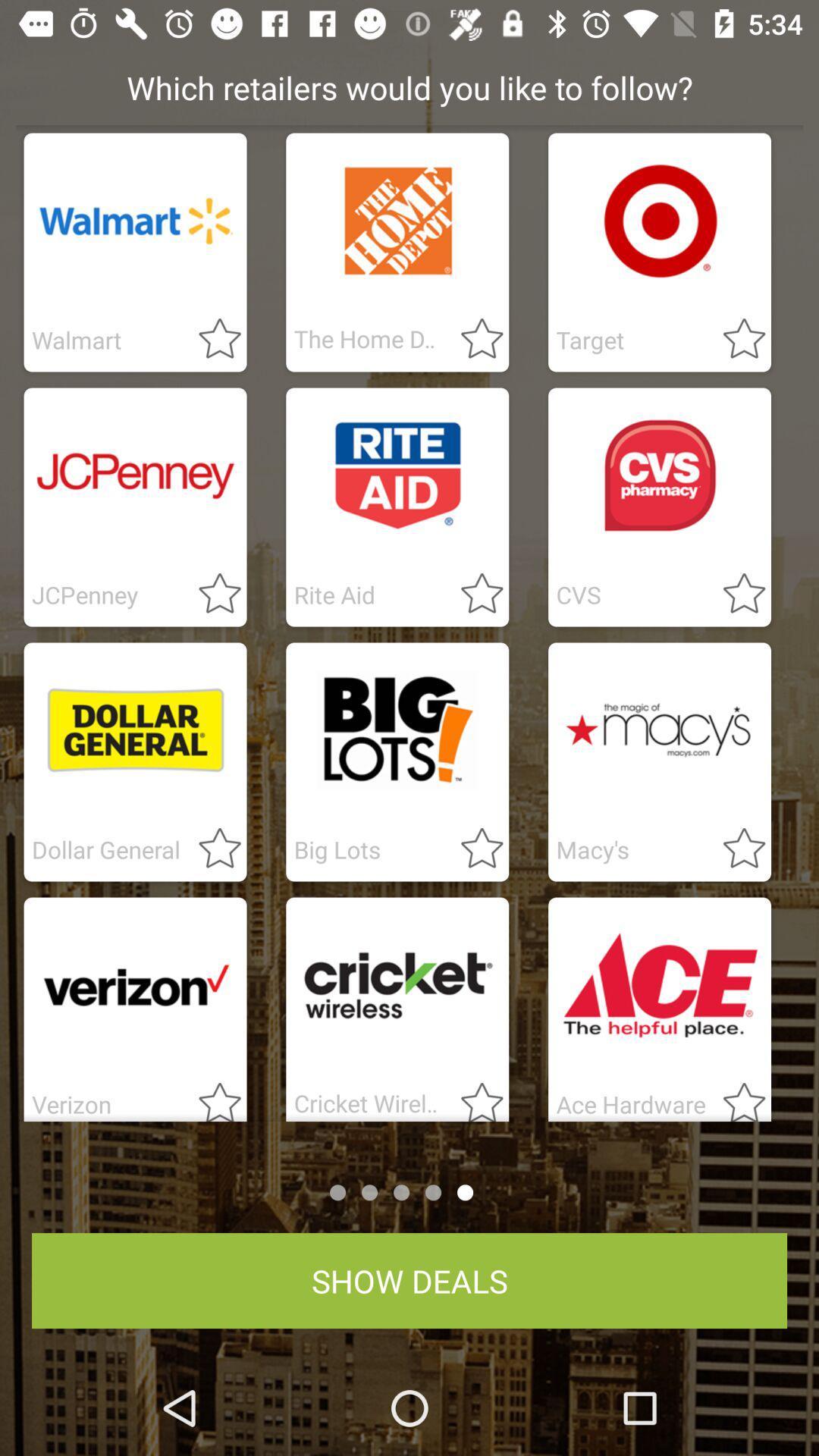 The width and height of the screenshot is (819, 1456). I want to click on follow retailer, so click(472, 339).